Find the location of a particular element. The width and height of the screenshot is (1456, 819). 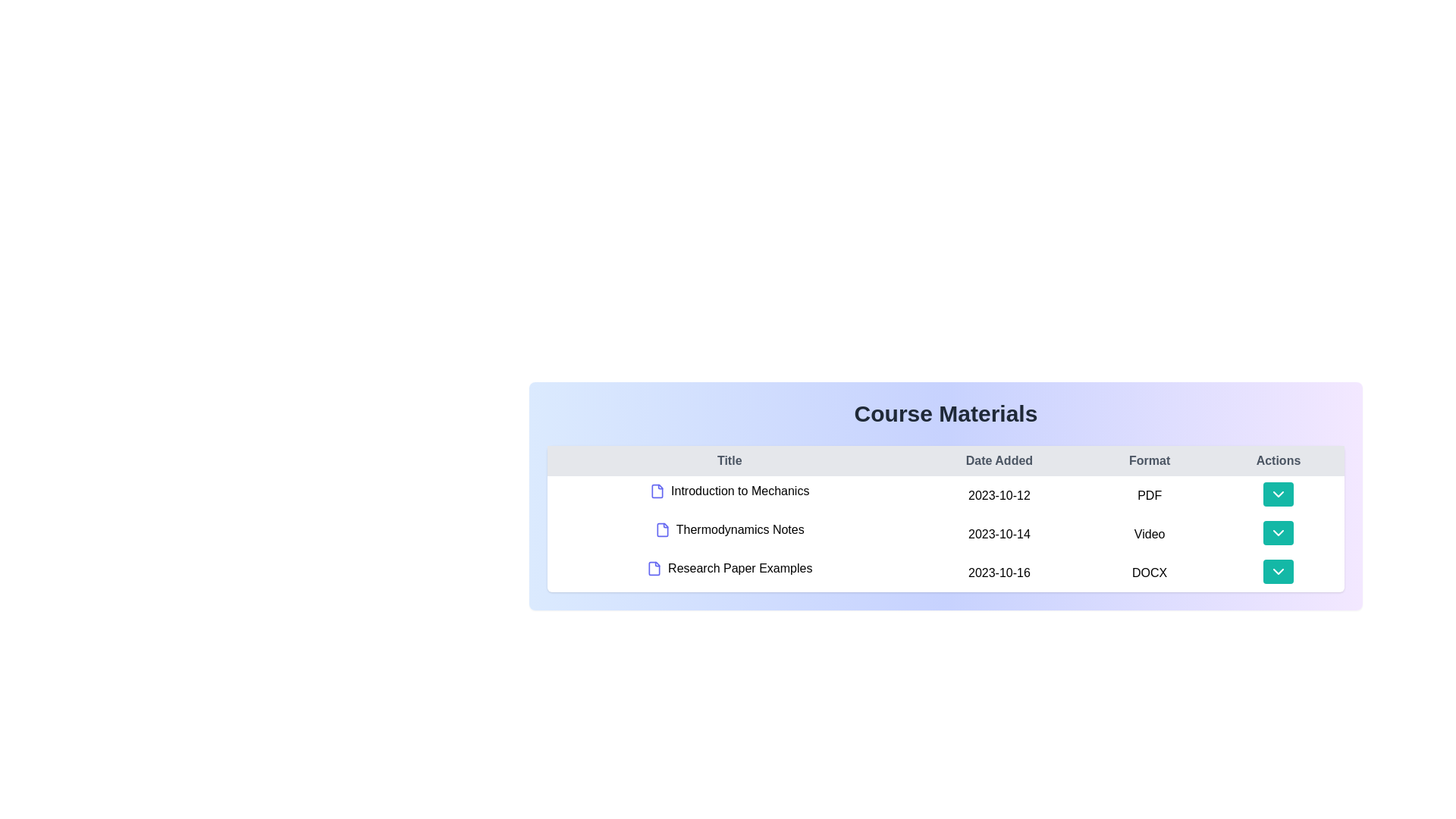

the dropdown trigger button for 'Research Paper Examples' in the 'Actions' column of the last row in the 'Course Materials' table is located at coordinates (1277, 571).